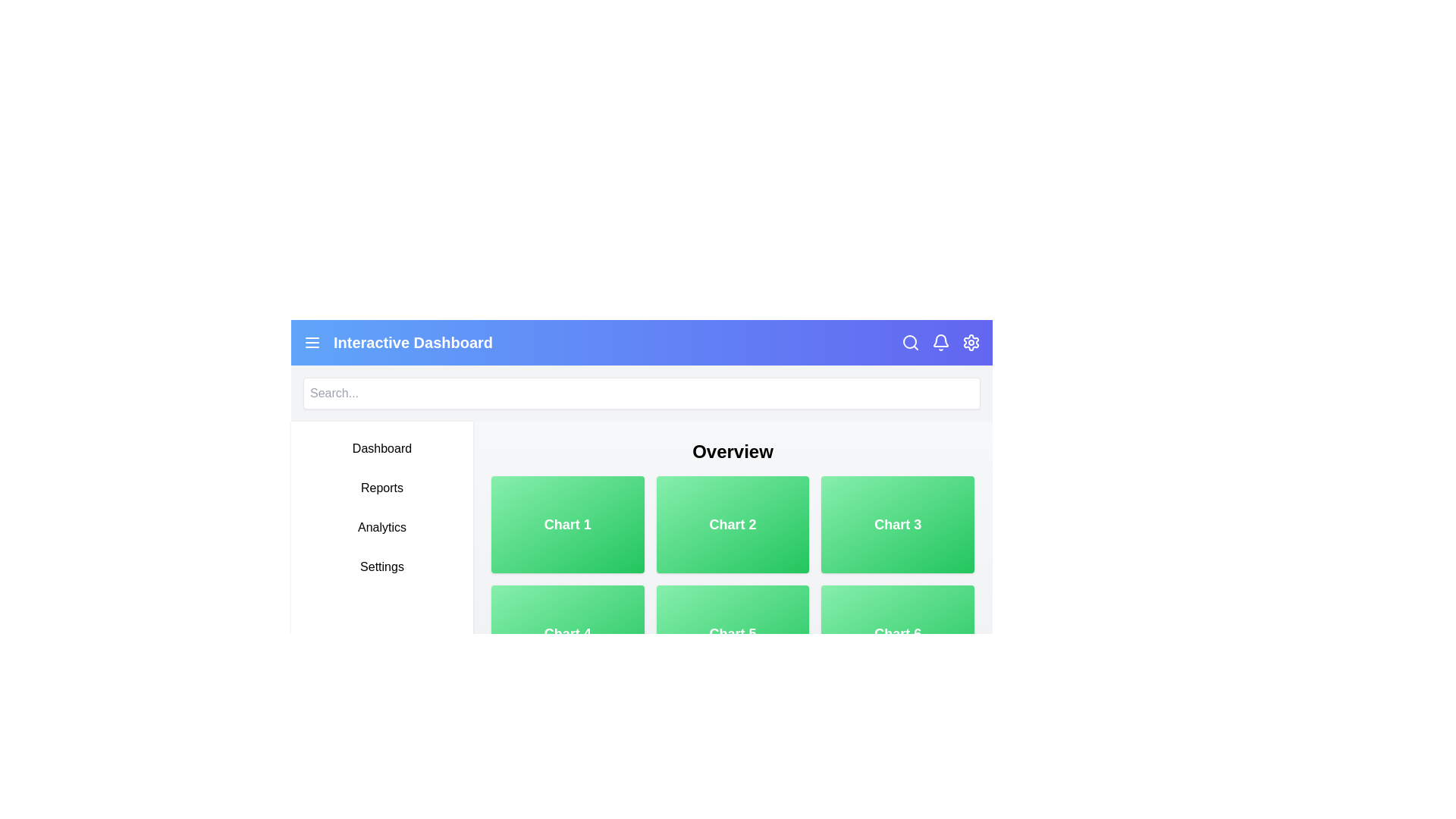  What do you see at coordinates (940, 342) in the screenshot?
I see `the notification bell icon` at bounding box center [940, 342].